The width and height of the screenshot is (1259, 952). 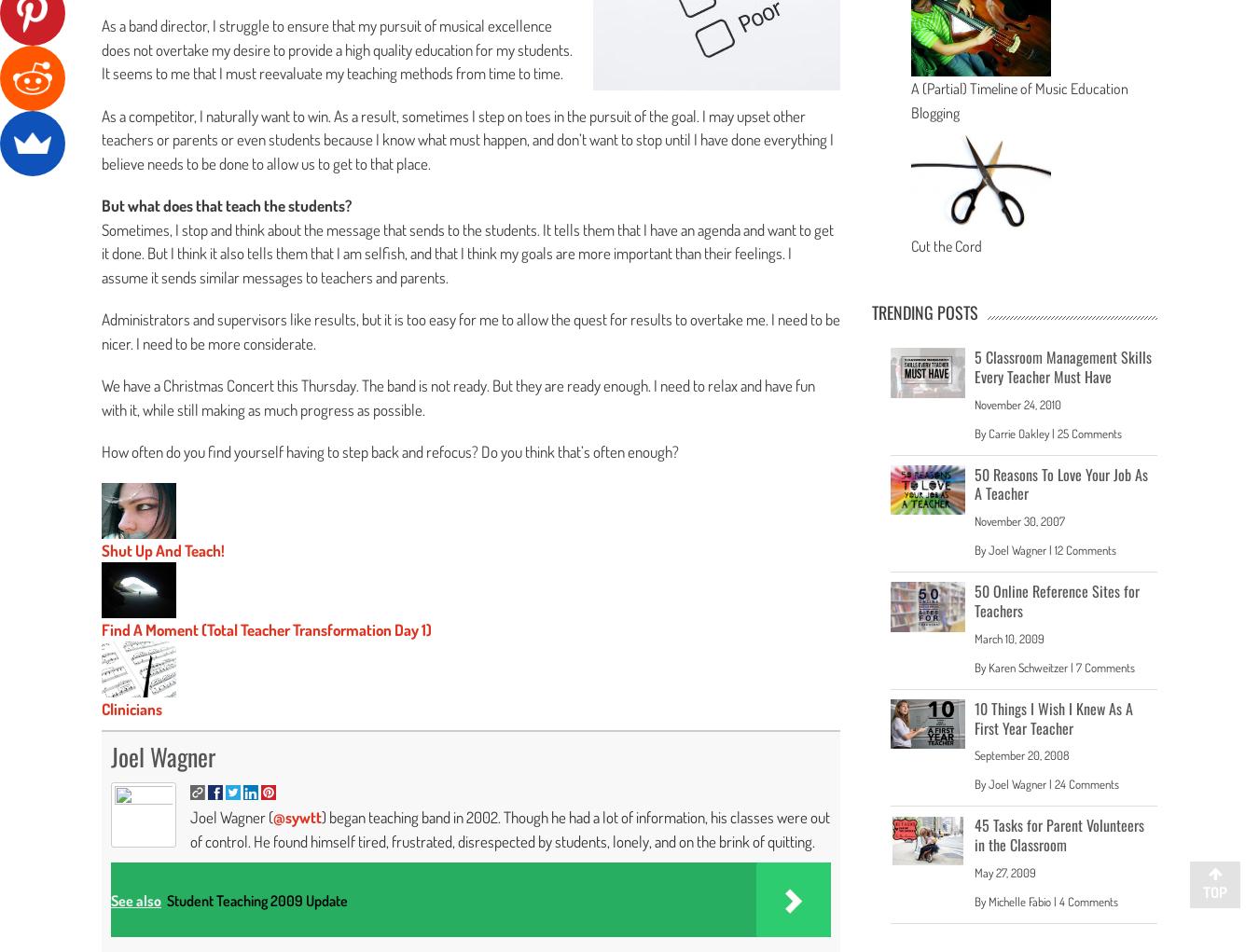 I want to click on '45 Tasks for Parent Volunteers in the Classroom', so click(x=1058, y=834).